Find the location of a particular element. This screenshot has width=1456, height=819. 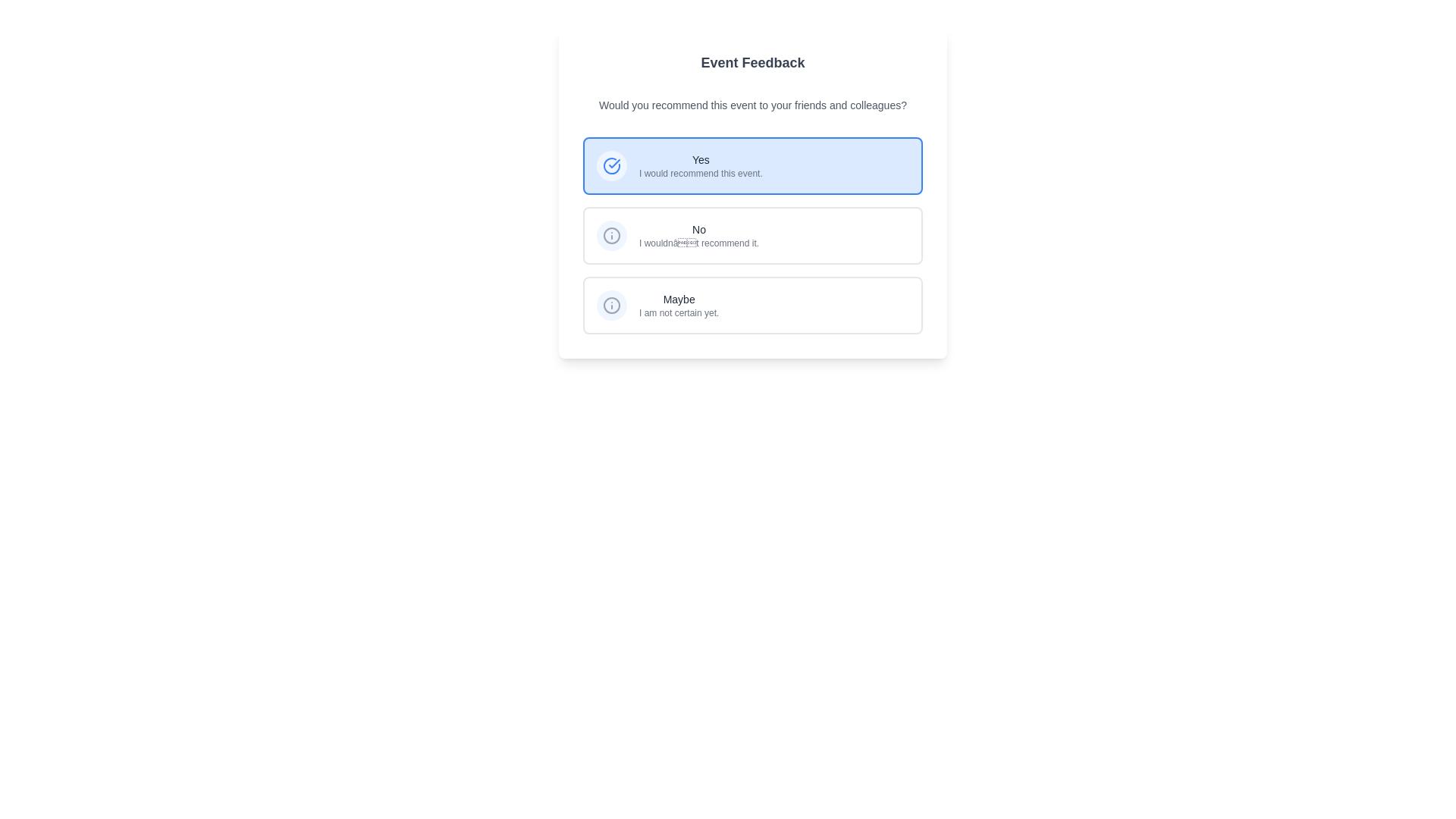

the third option in the vertical list, which allows users to express indecision or uncertainty is located at coordinates (678, 305).